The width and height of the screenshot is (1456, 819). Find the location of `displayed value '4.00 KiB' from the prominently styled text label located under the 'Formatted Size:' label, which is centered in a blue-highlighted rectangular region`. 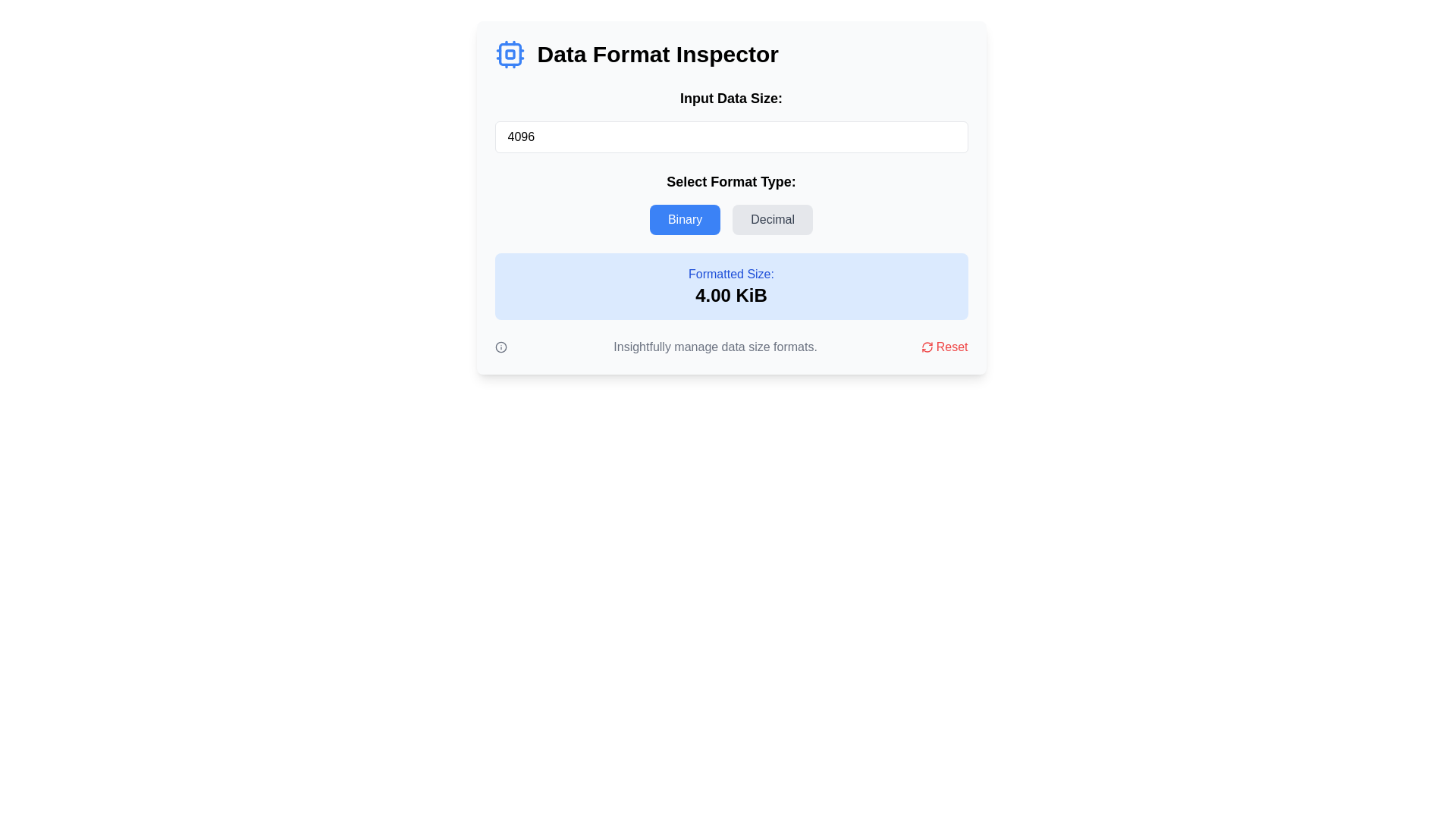

displayed value '4.00 KiB' from the prominently styled text label located under the 'Formatted Size:' label, which is centered in a blue-highlighted rectangular region is located at coordinates (731, 295).